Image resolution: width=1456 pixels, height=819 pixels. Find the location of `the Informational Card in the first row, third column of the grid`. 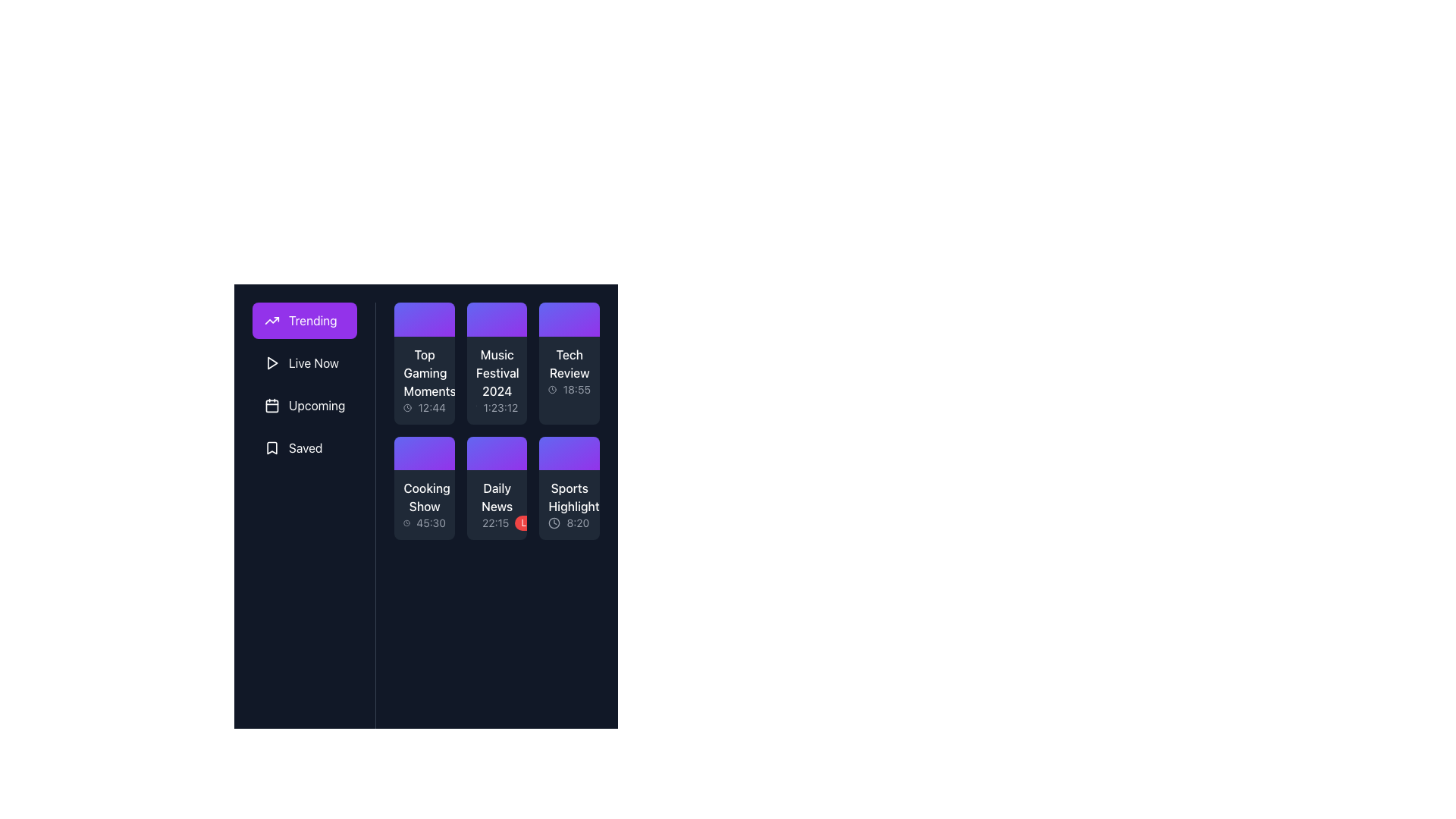

the Informational Card in the first row, third column of the grid is located at coordinates (569, 371).